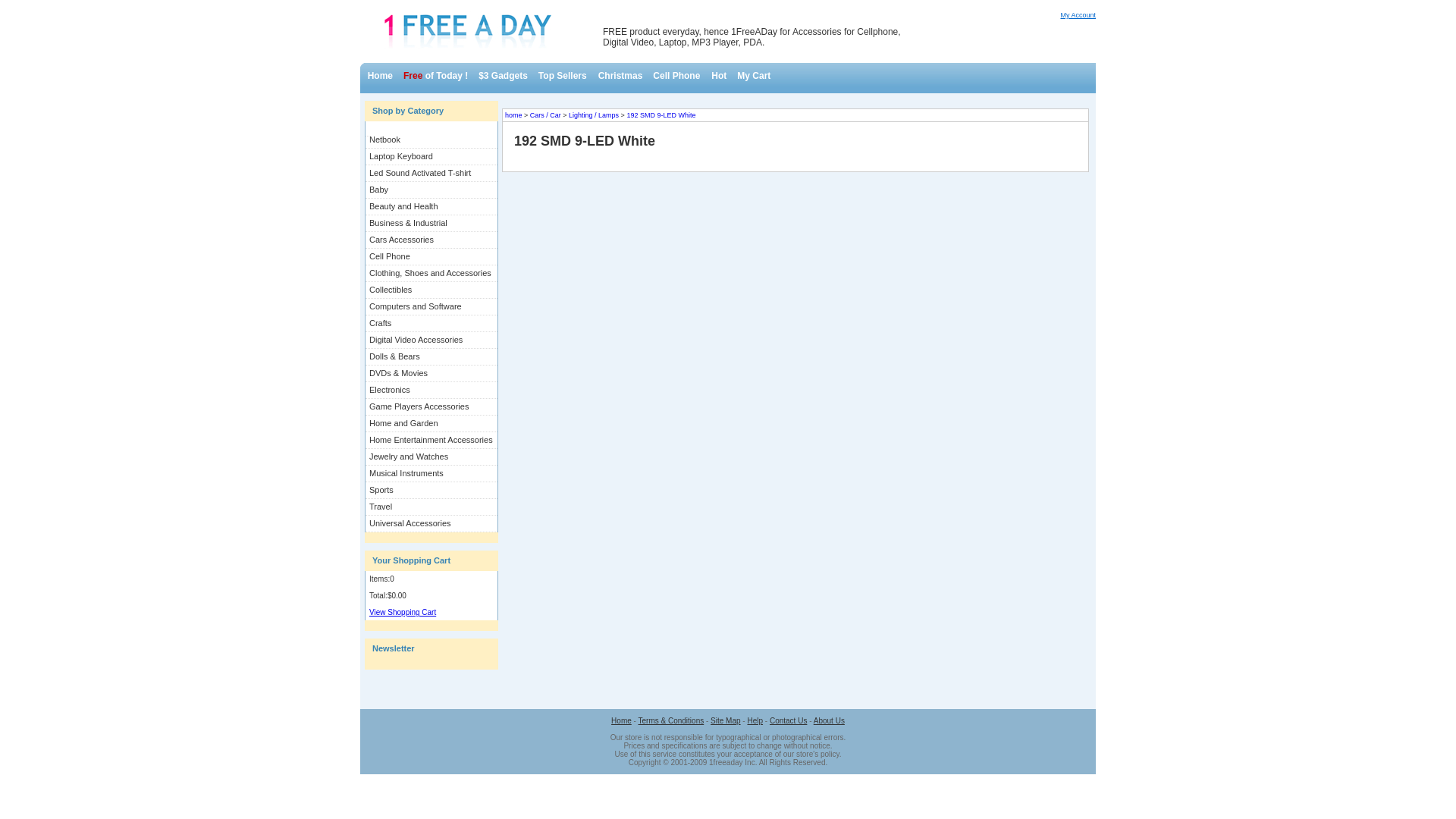 This screenshot has width=1456, height=819. Describe the element at coordinates (432, 155) in the screenshot. I see `'Laptop Keyboard'` at that location.